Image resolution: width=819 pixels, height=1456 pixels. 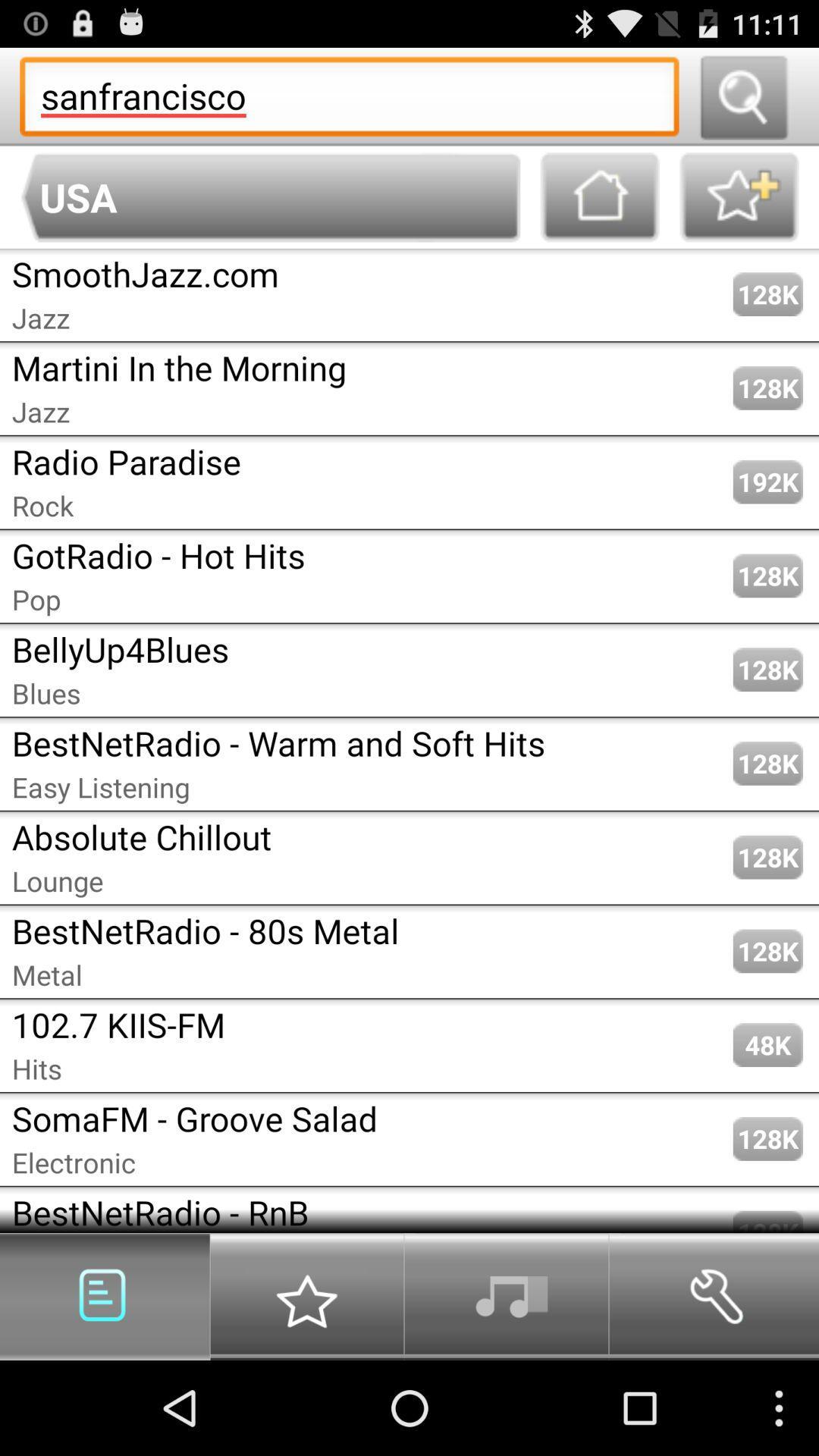 What do you see at coordinates (742, 96) in the screenshot?
I see `search item` at bounding box center [742, 96].